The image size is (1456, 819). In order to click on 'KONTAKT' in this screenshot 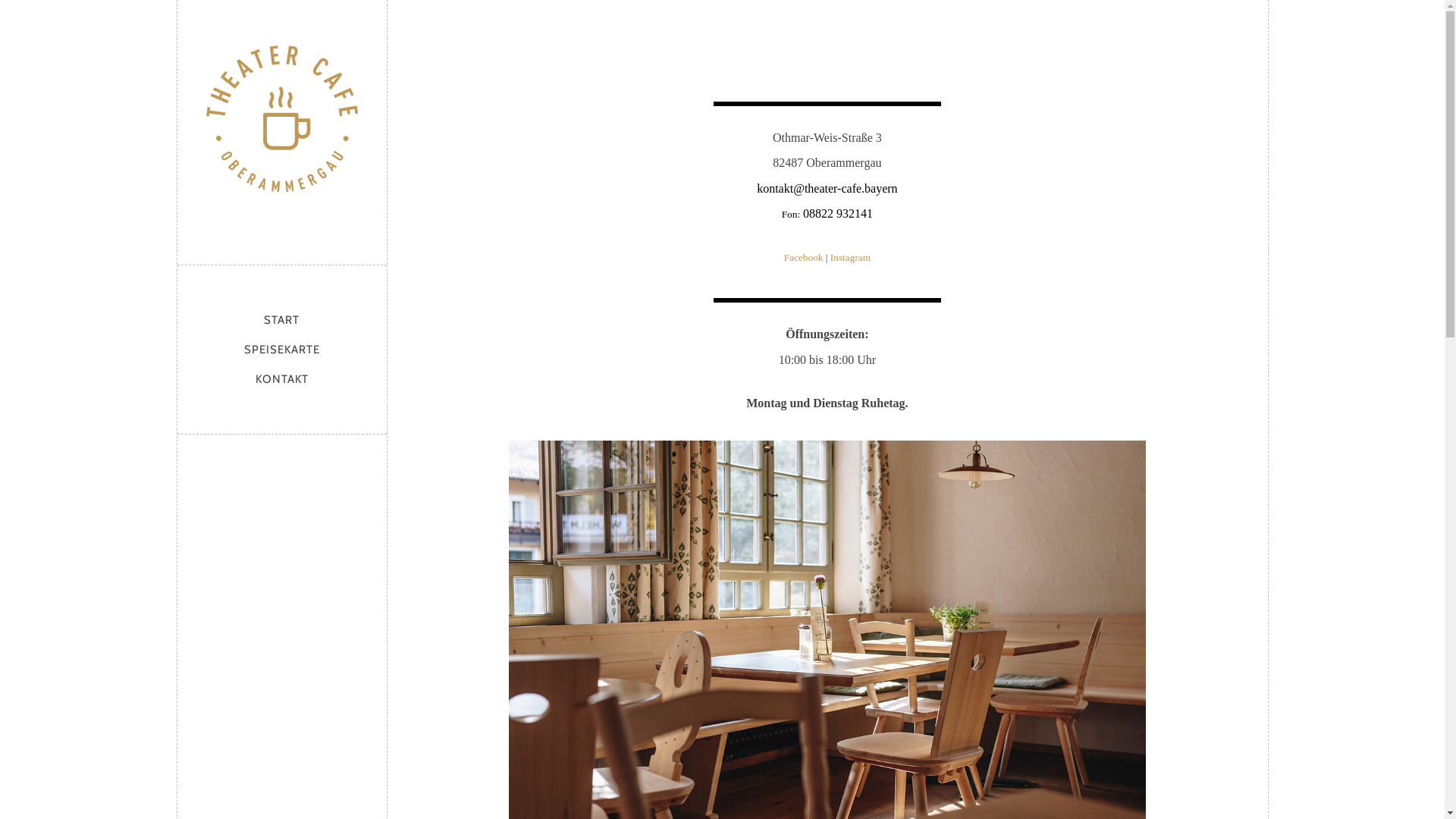, I will do `click(282, 378)`.